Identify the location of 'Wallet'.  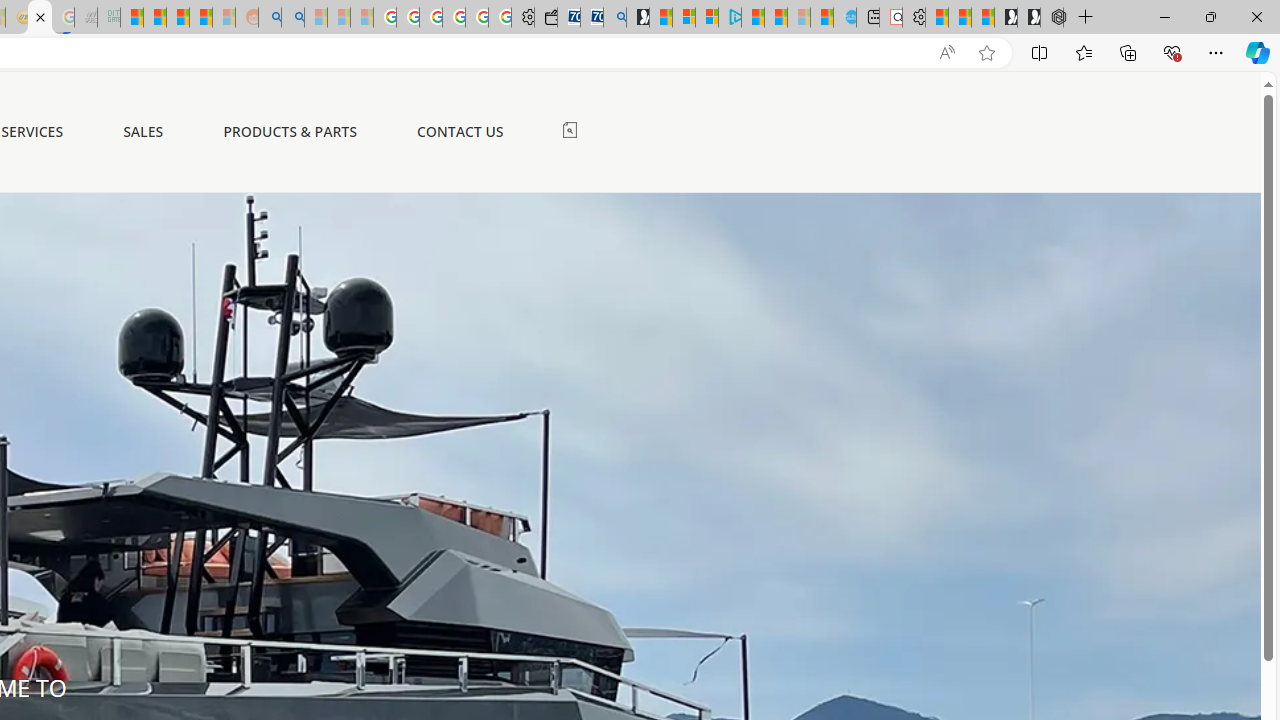
(545, 17).